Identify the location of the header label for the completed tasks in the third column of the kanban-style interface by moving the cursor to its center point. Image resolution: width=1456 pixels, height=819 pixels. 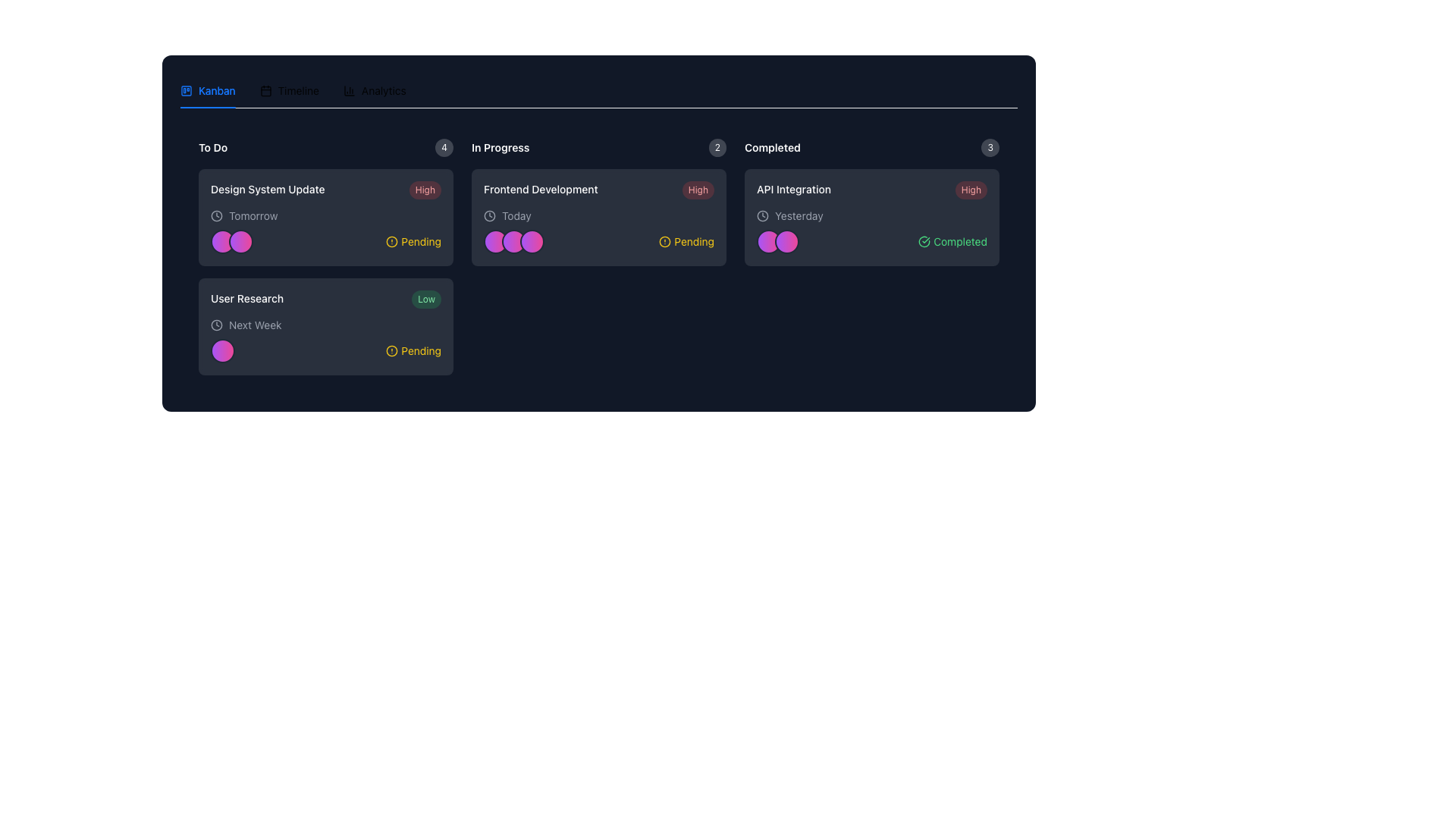
(772, 148).